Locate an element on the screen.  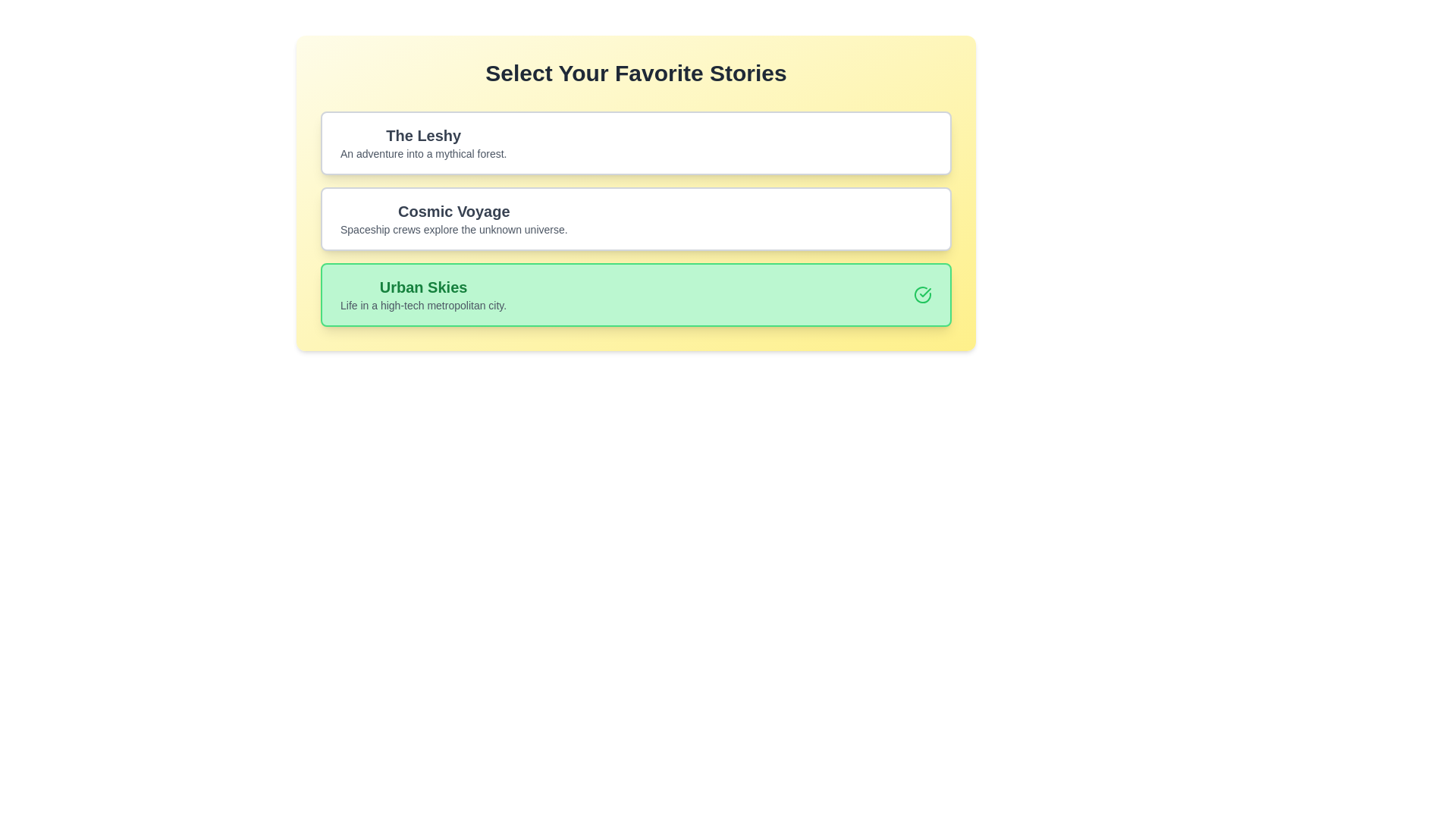
the list item corresponding to the story titled 'Urban Skies' to toggle its selection state is located at coordinates (636, 295).